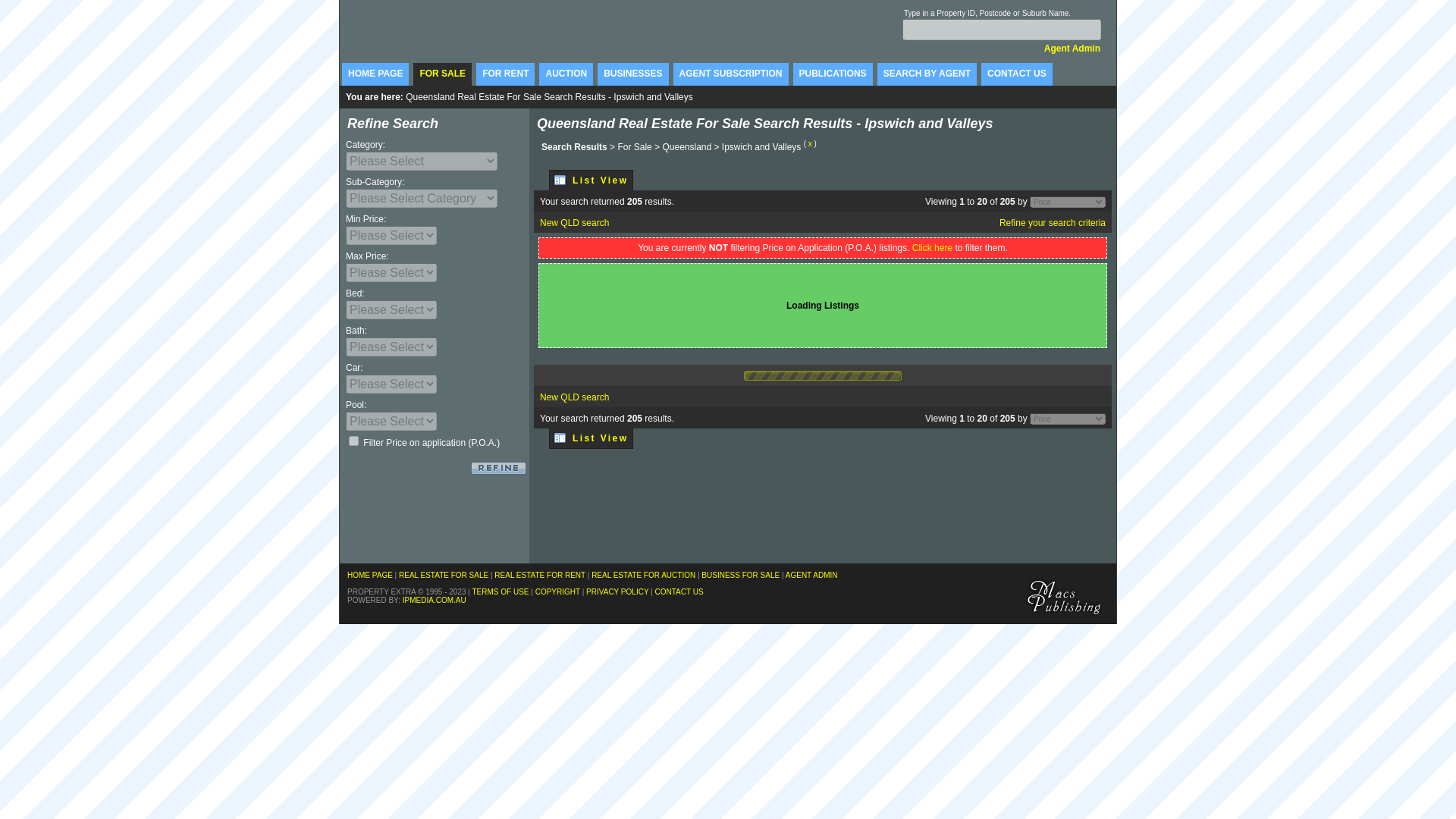 The width and height of the screenshot is (1456, 819). I want to click on 'AUCTION', so click(565, 73).